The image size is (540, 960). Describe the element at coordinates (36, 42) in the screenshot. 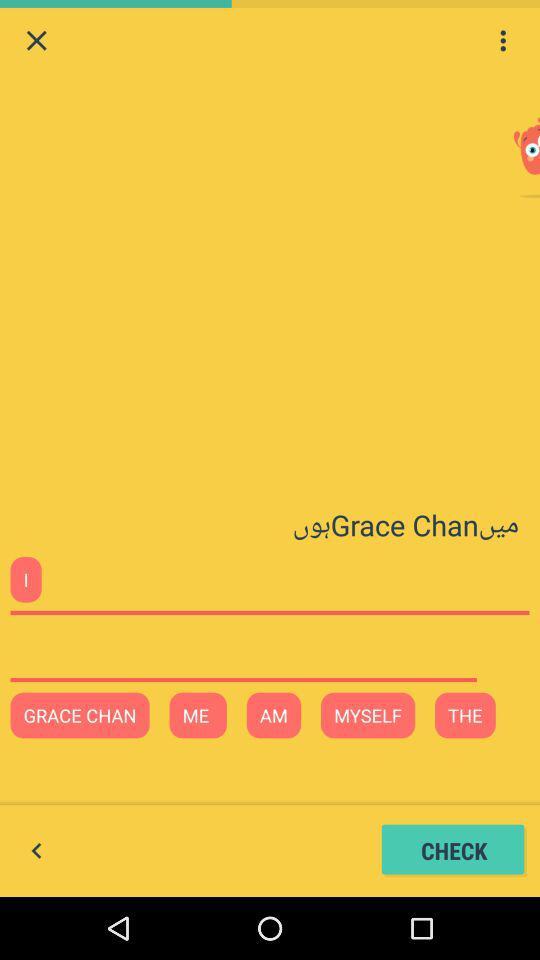

I see `the close icon` at that location.